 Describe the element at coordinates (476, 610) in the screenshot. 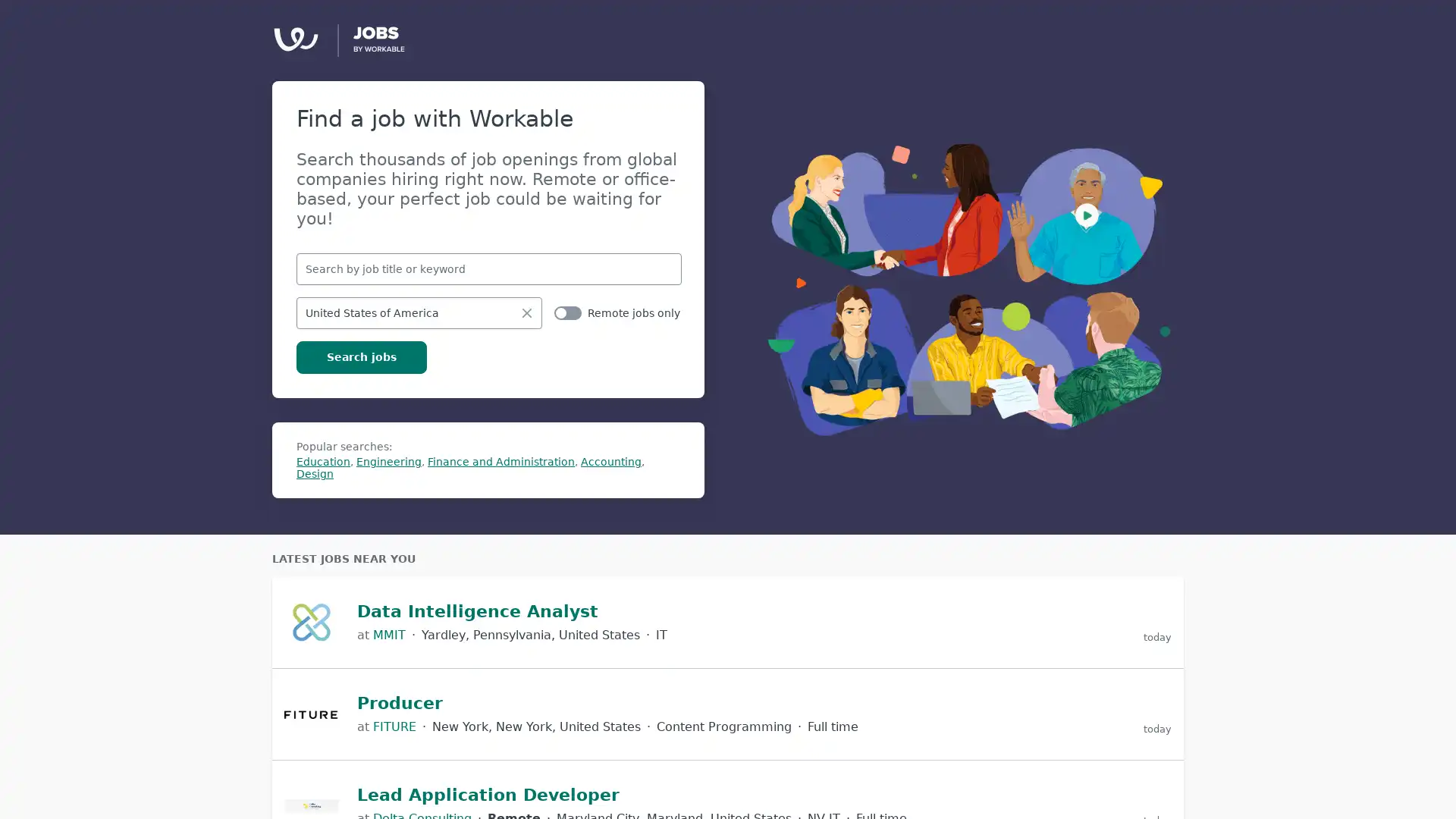

I see `Data Intelligence Analyst` at that location.